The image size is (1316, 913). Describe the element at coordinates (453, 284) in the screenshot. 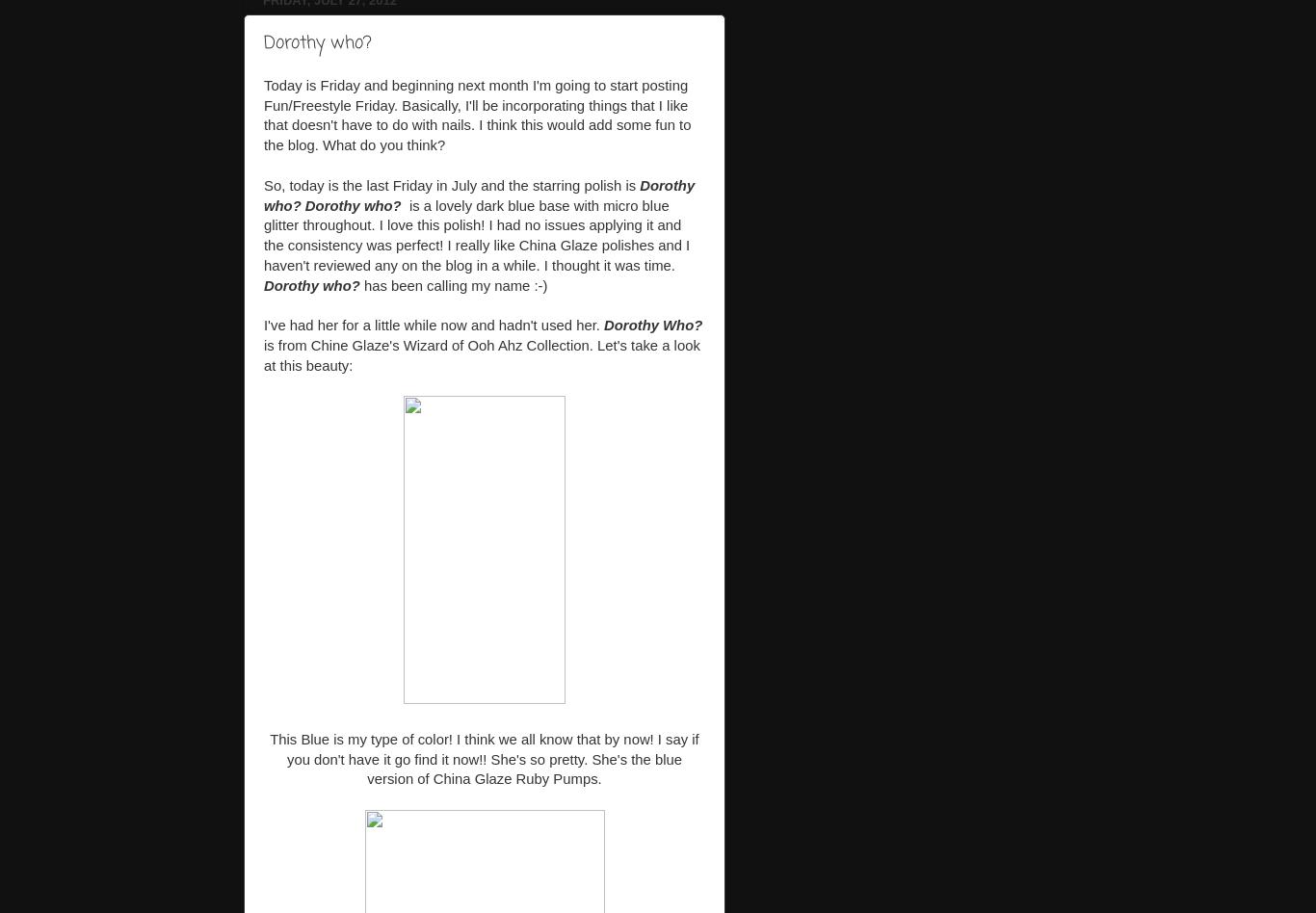

I see `'has been calling my name :-)'` at that location.